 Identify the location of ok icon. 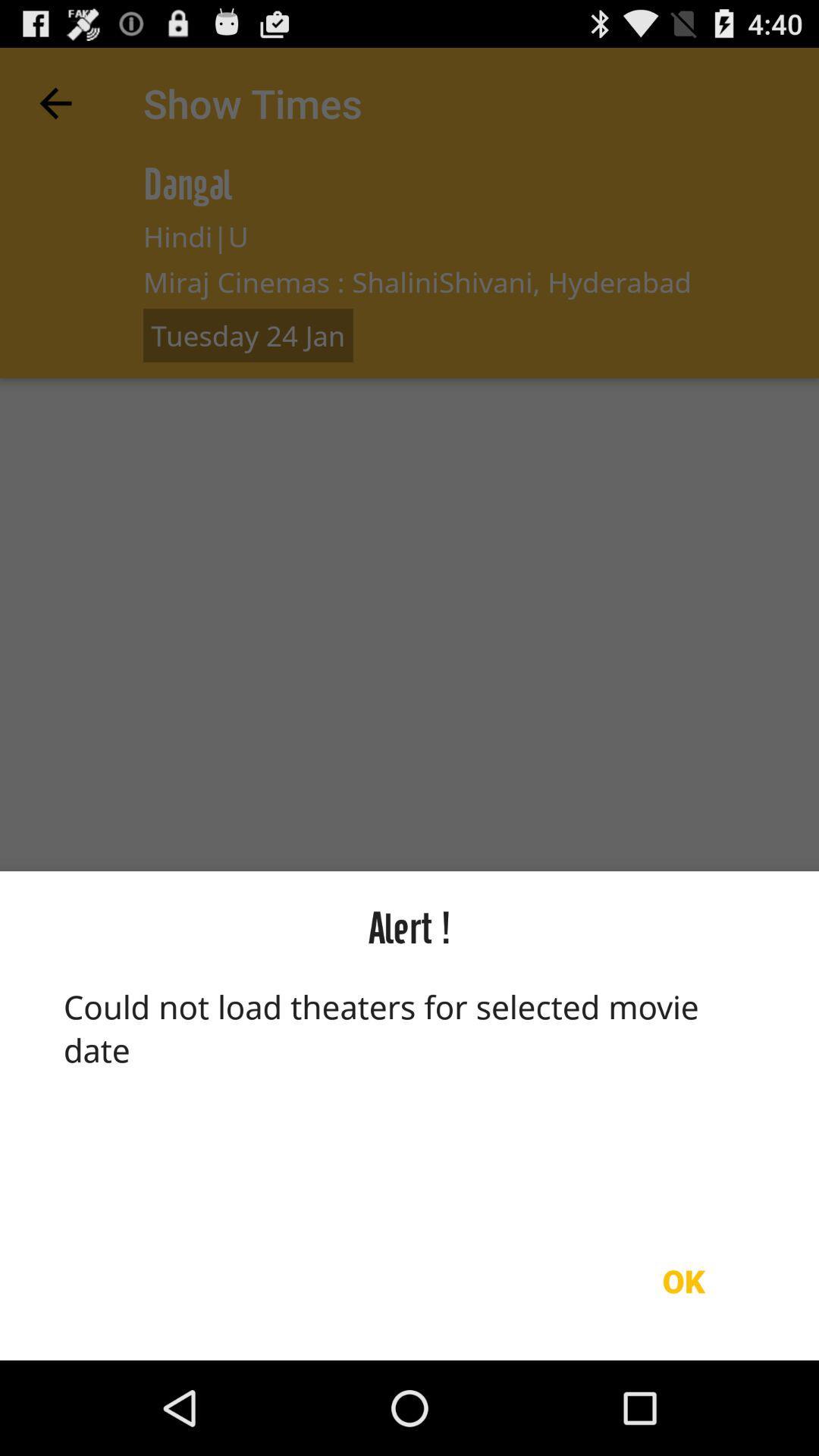
(683, 1280).